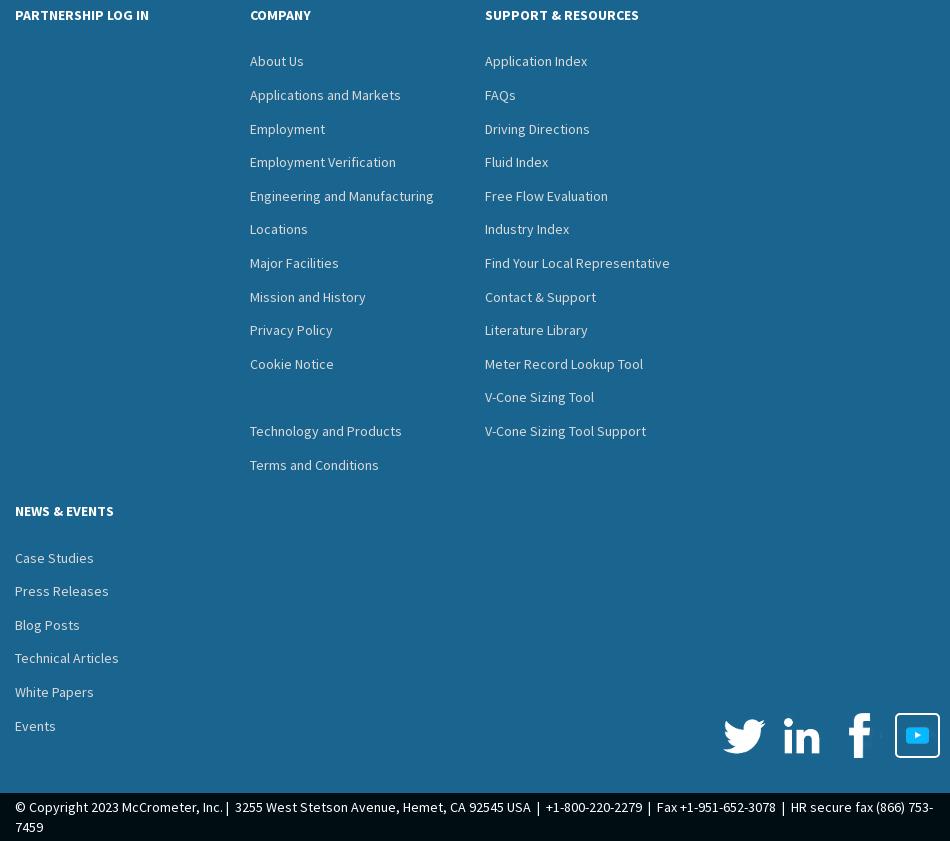  I want to click on 'Literature Library', so click(536, 329).